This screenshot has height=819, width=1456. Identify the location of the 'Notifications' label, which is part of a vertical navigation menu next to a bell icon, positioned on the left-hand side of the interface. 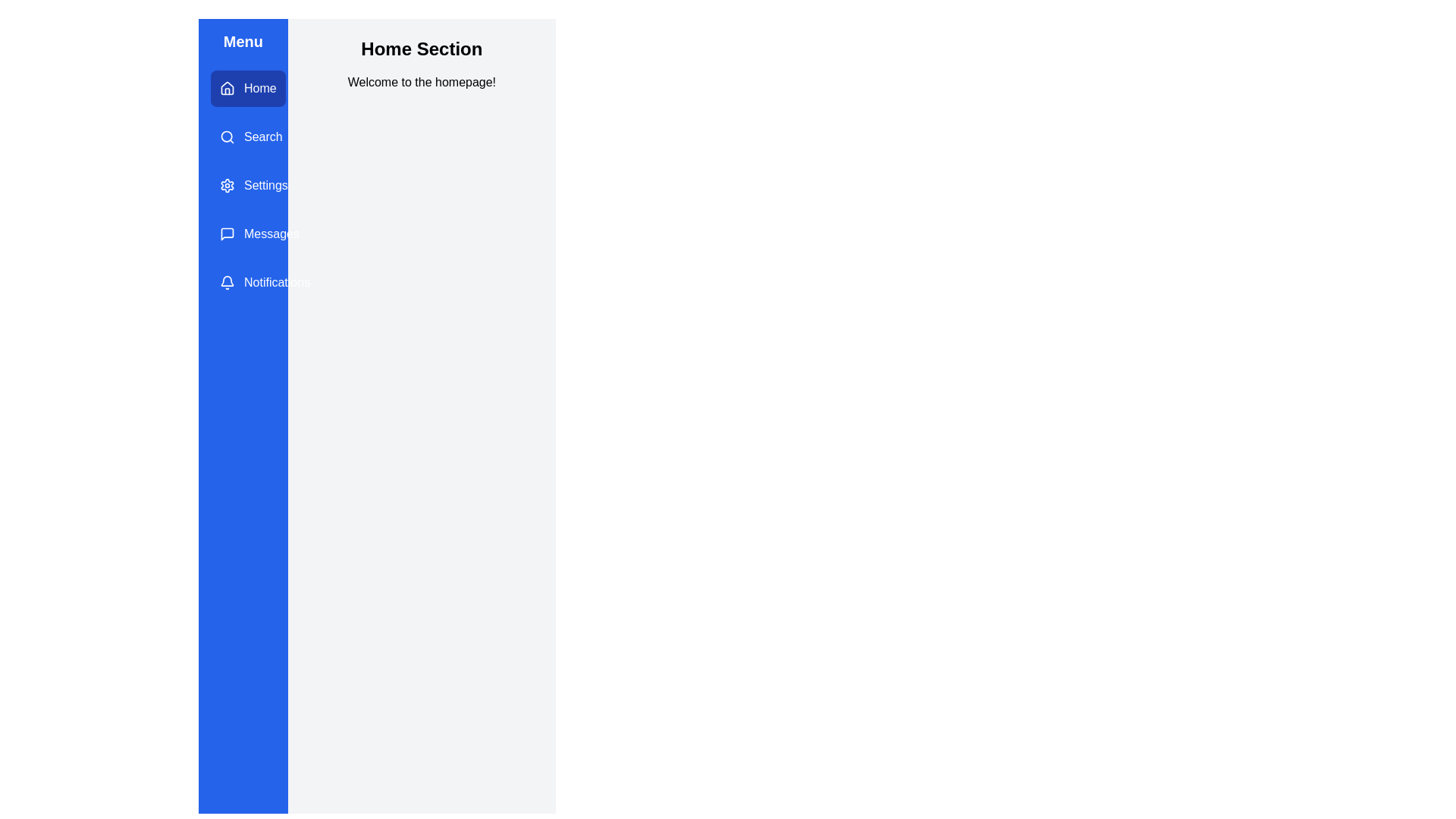
(277, 283).